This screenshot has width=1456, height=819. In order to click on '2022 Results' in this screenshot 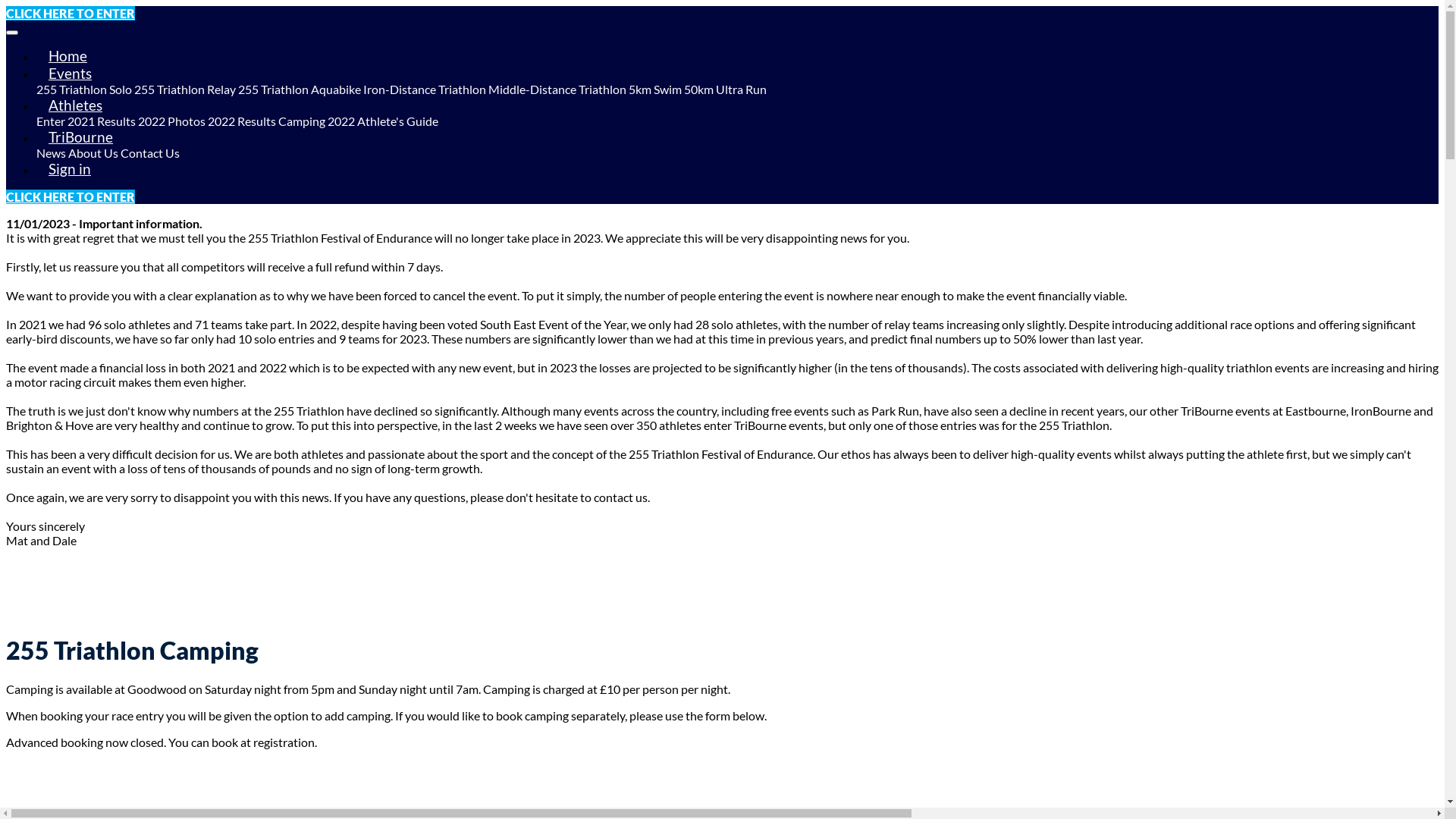, I will do `click(240, 120)`.